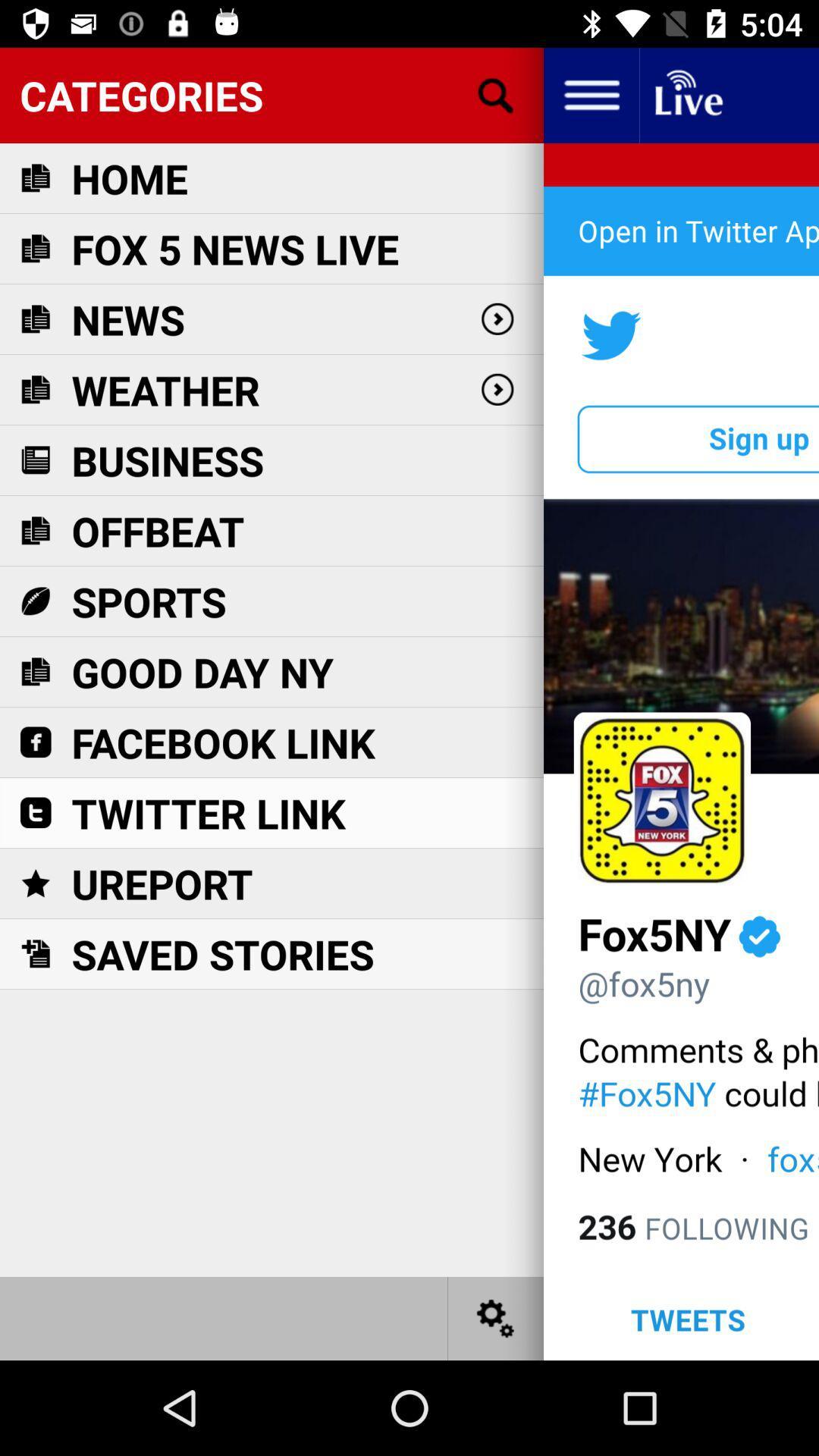 This screenshot has width=819, height=1456. I want to click on the settings icon, so click(496, 1317).